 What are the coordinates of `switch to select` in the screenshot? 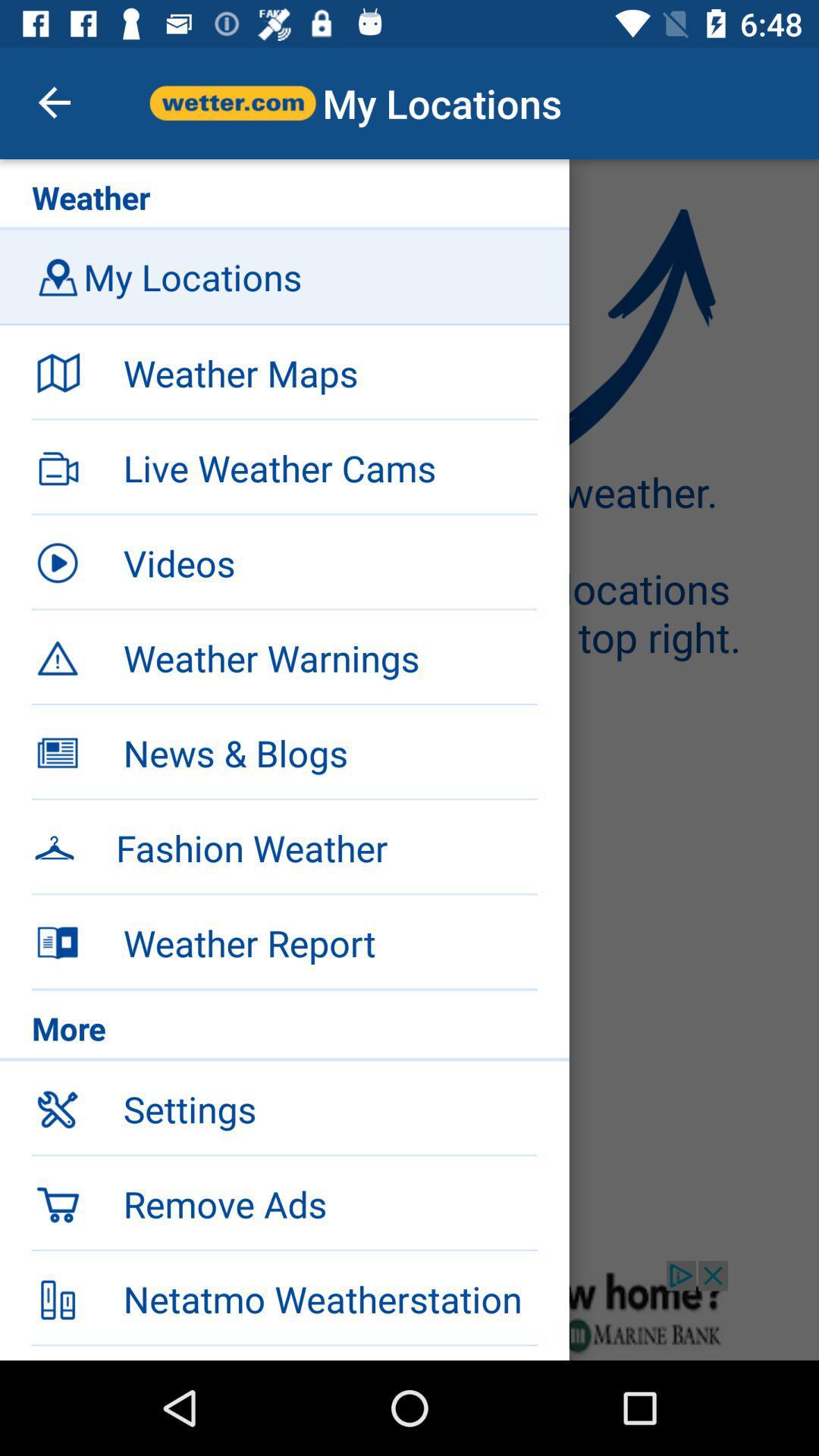 It's located at (409, 1310).